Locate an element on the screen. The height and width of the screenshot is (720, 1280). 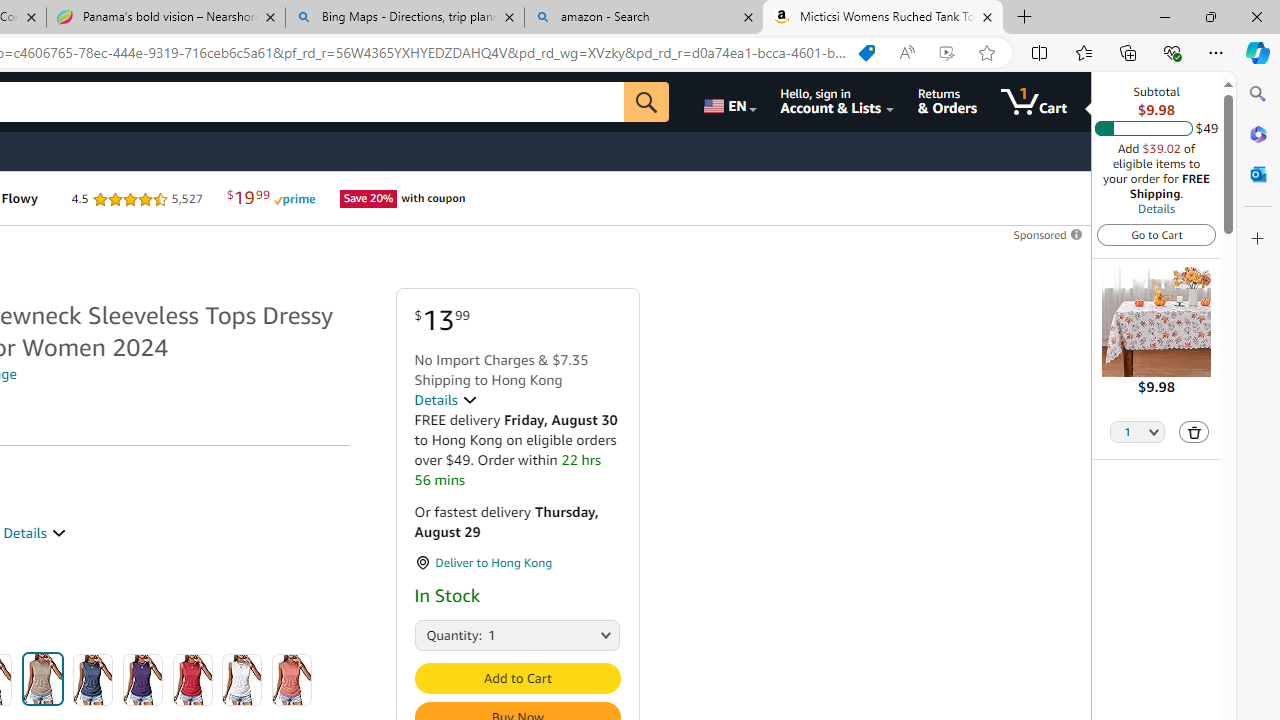
'Returns & Orders' is located at coordinates (946, 101).